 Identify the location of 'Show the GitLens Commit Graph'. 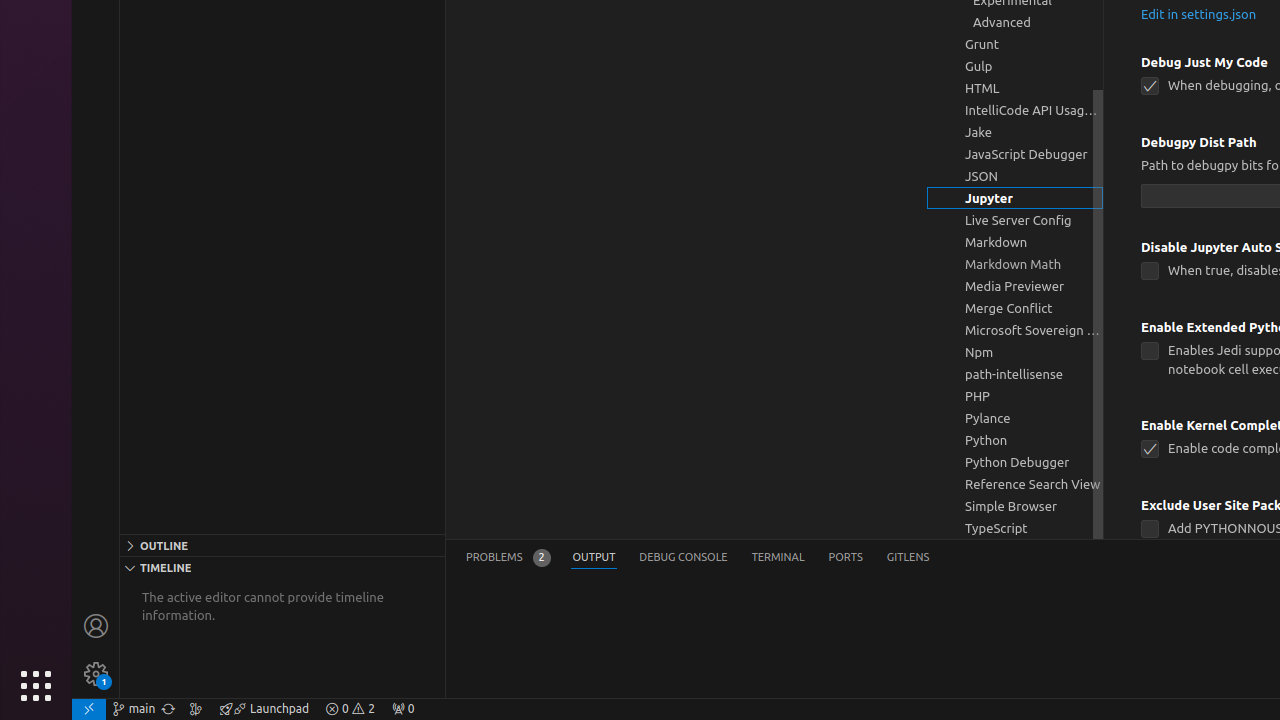
(196, 707).